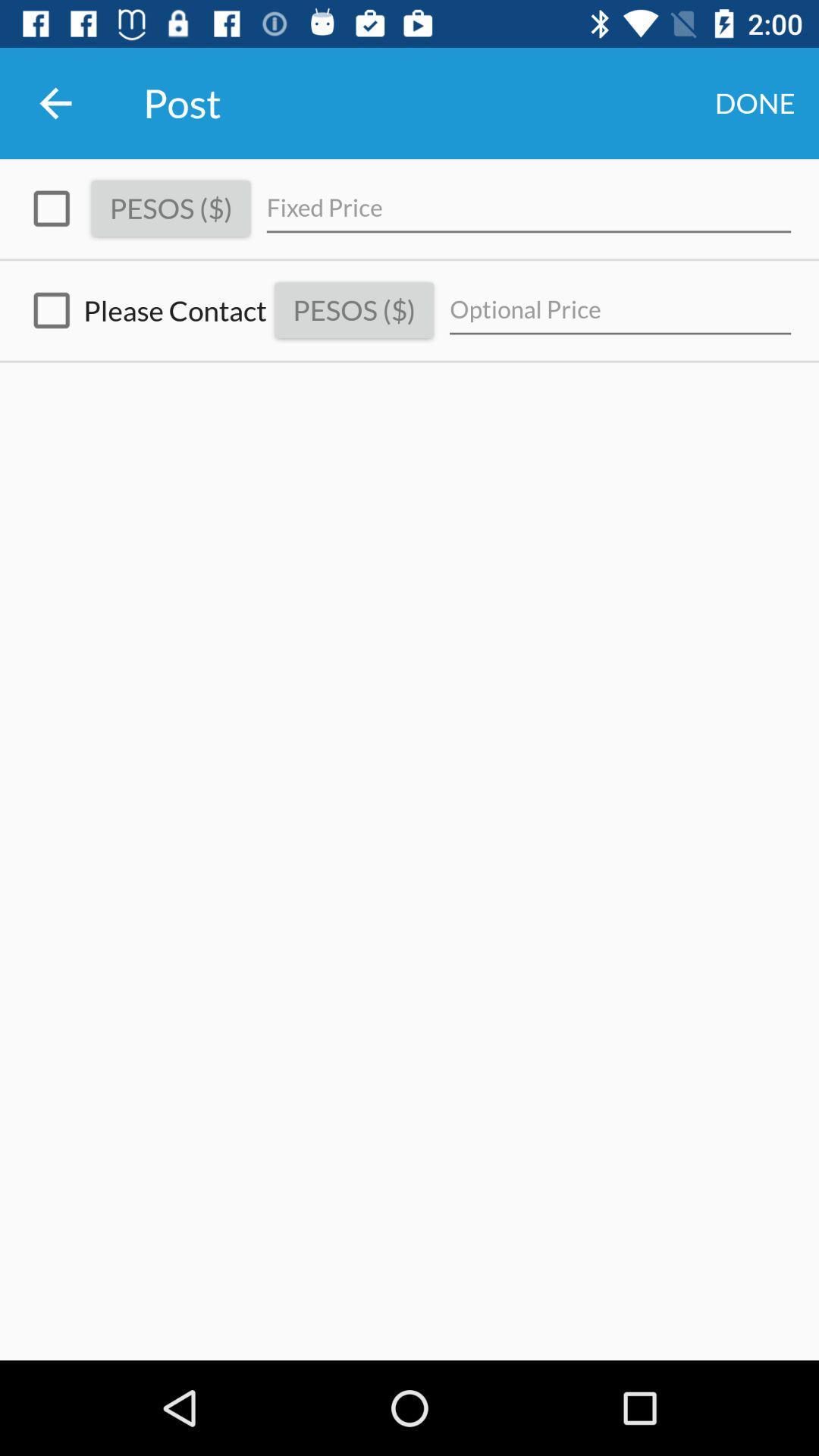  I want to click on the item next to pesos ($) item, so click(143, 309).